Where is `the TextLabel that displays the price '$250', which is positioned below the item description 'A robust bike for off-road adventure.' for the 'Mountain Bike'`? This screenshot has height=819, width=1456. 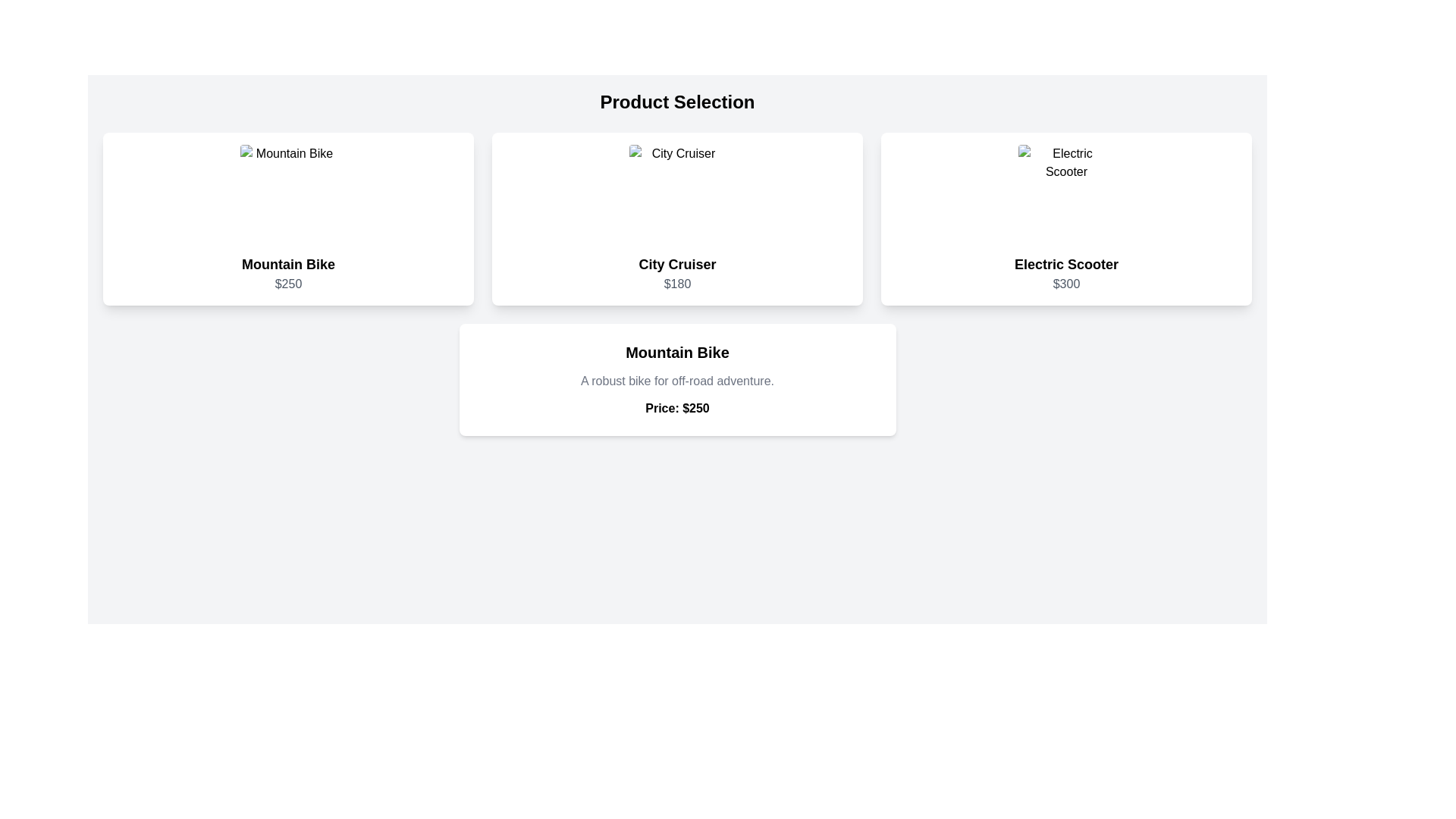
the TextLabel that displays the price '$250', which is positioned below the item description 'A robust bike for off-road adventure.' for the 'Mountain Bike' is located at coordinates (676, 408).